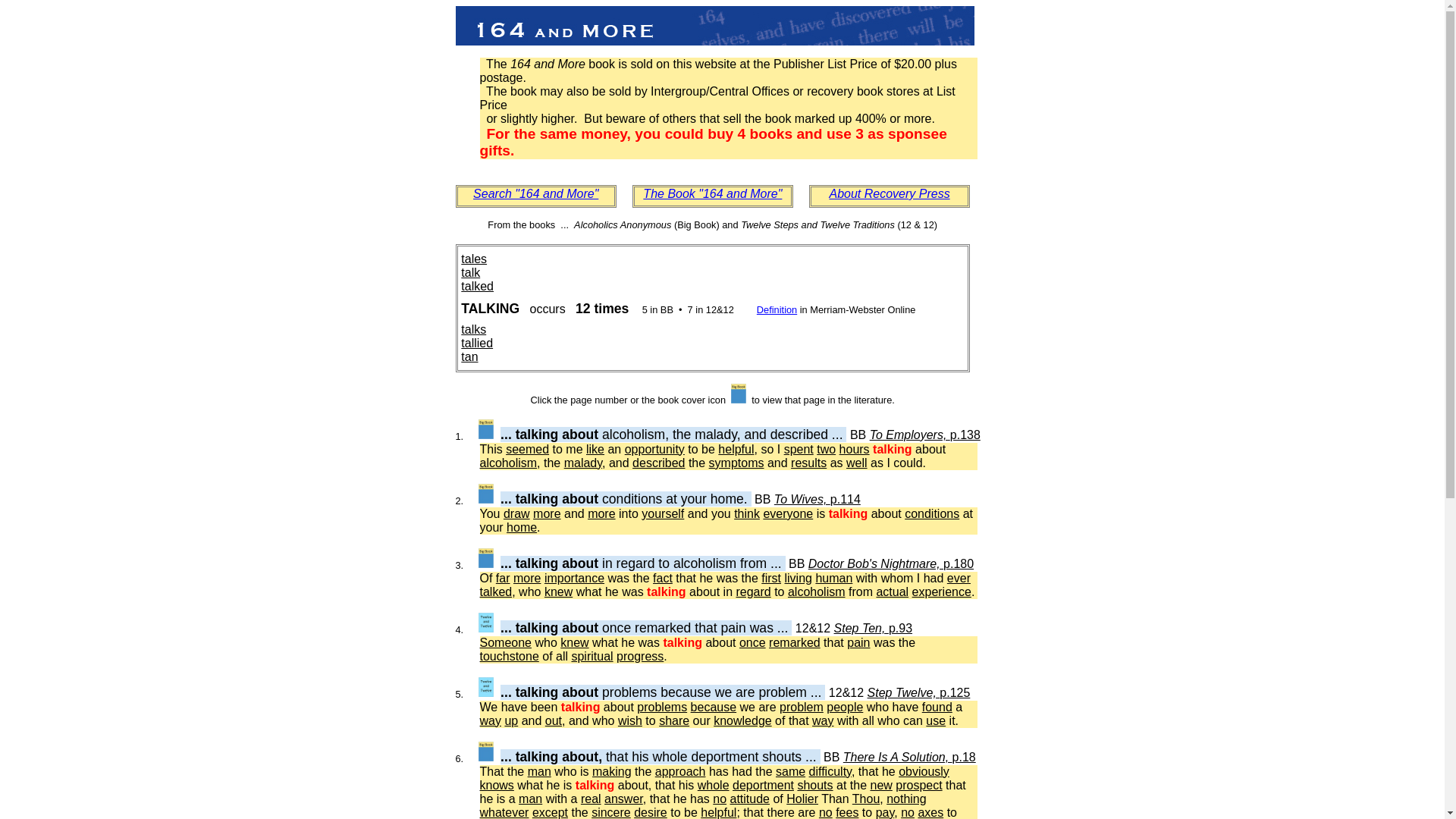  I want to click on 'ever', so click(958, 578).